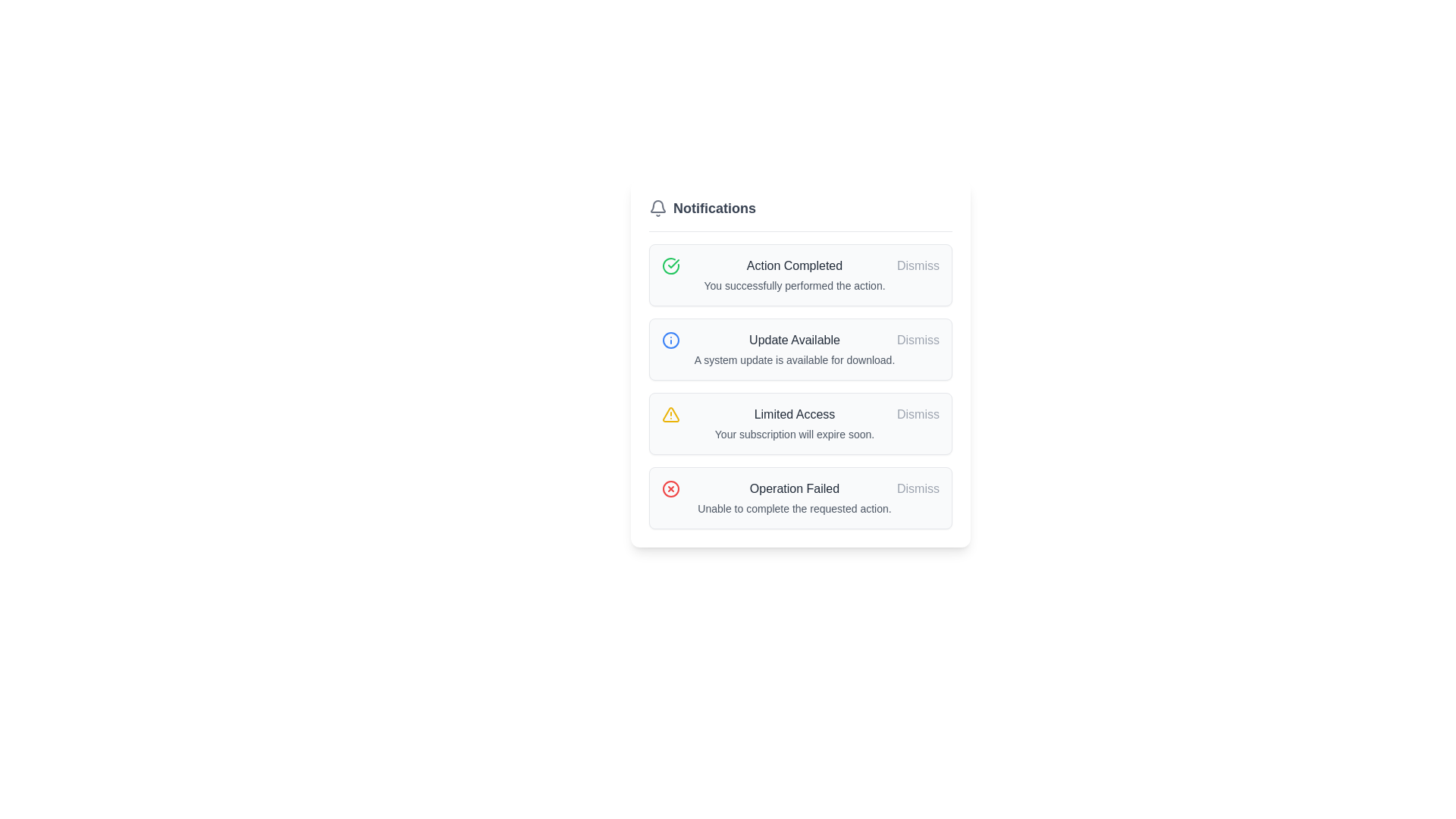 The width and height of the screenshot is (1456, 819). What do you see at coordinates (673, 262) in the screenshot?
I see `the Icon that indicates successful completion of the related notification's task or message, located in the status or feedback notification section near the top of a list of items, specifically associated with the 'Action Completed' notification` at bounding box center [673, 262].